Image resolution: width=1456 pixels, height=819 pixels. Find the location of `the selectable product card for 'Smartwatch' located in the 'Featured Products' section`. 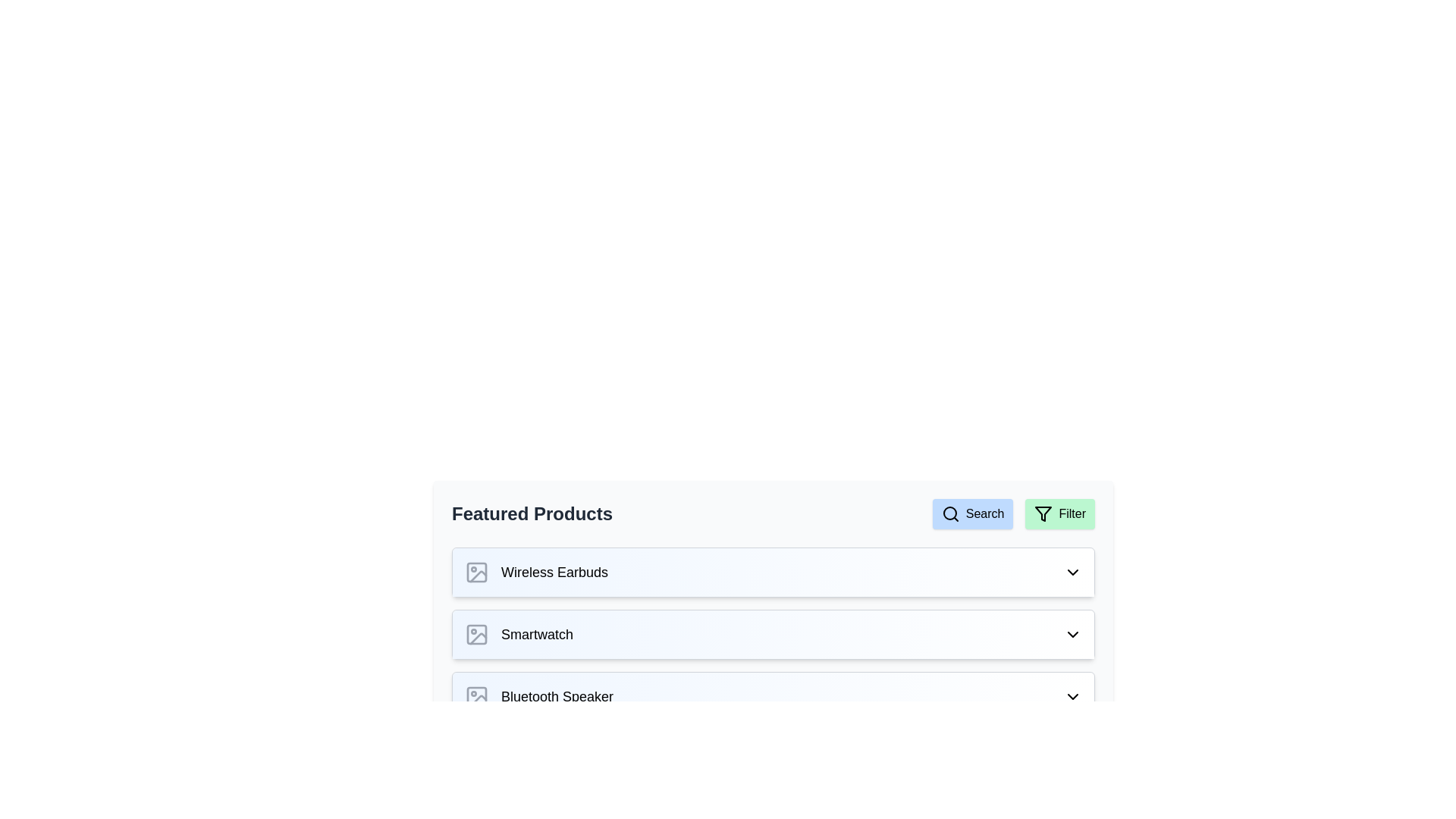

the selectable product card for 'Smartwatch' located in the 'Featured Products' section is located at coordinates (773, 635).